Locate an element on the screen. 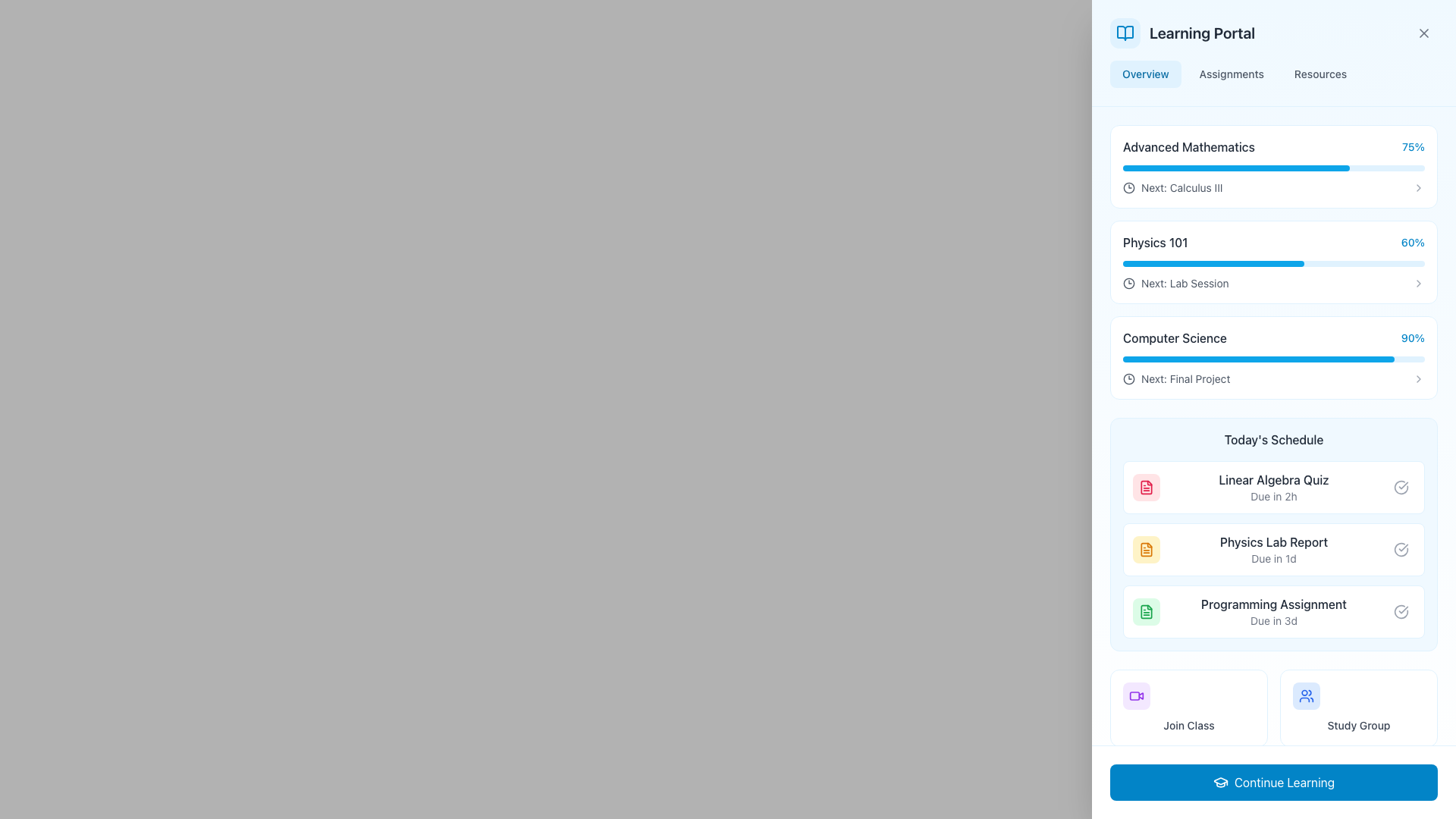 The width and height of the screenshot is (1456, 819). the state indicated by the icon located to the right of the 'Physics Lab Report' entry in the 'Today's Schedule' section is located at coordinates (1401, 550).